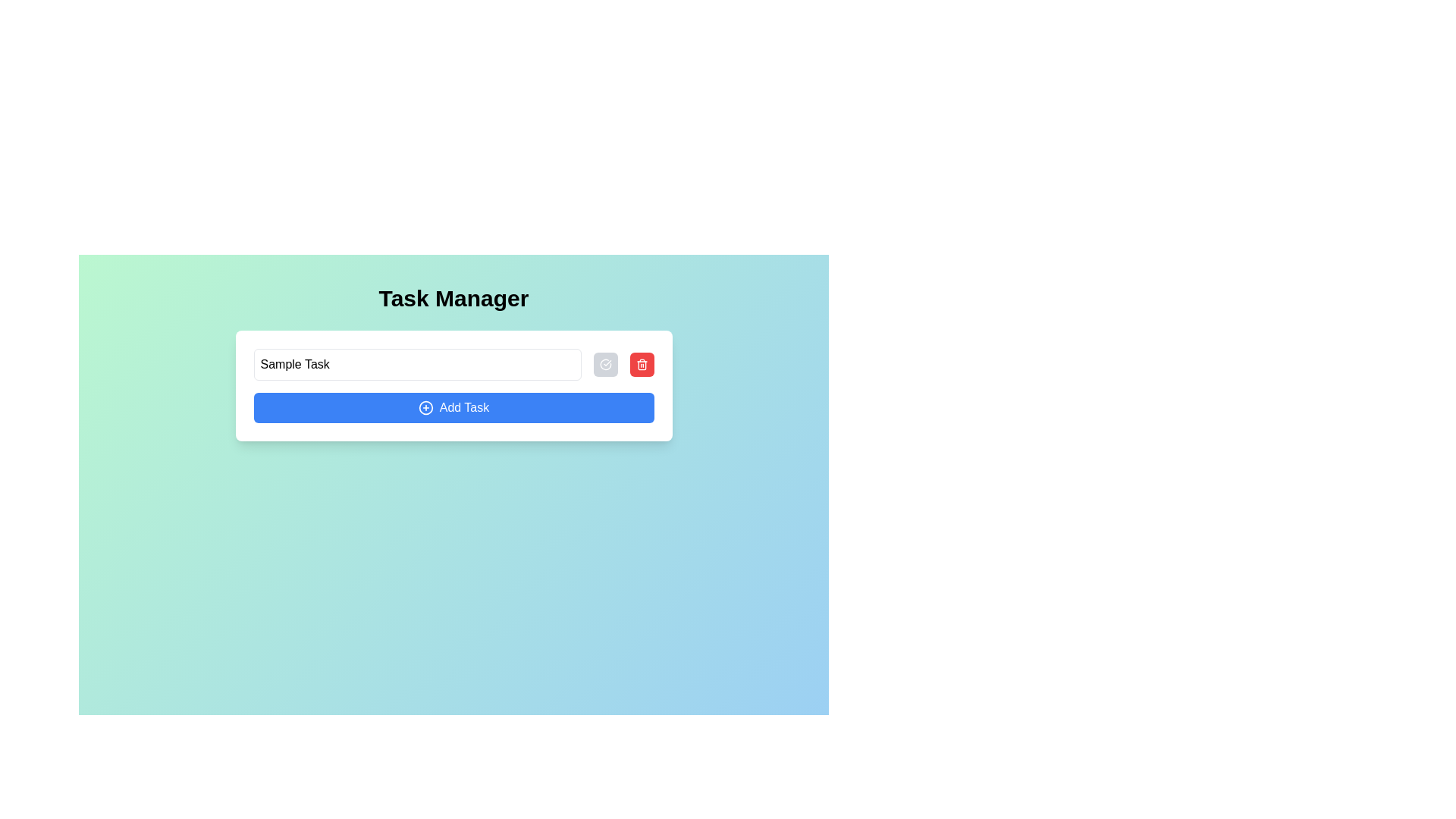 The width and height of the screenshot is (1456, 819). Describe the element at coordinates (604, 365) in the screenshot. I see `the confirmation button located to the right of the 'Sample Task' text input field to change its background color` at that location.